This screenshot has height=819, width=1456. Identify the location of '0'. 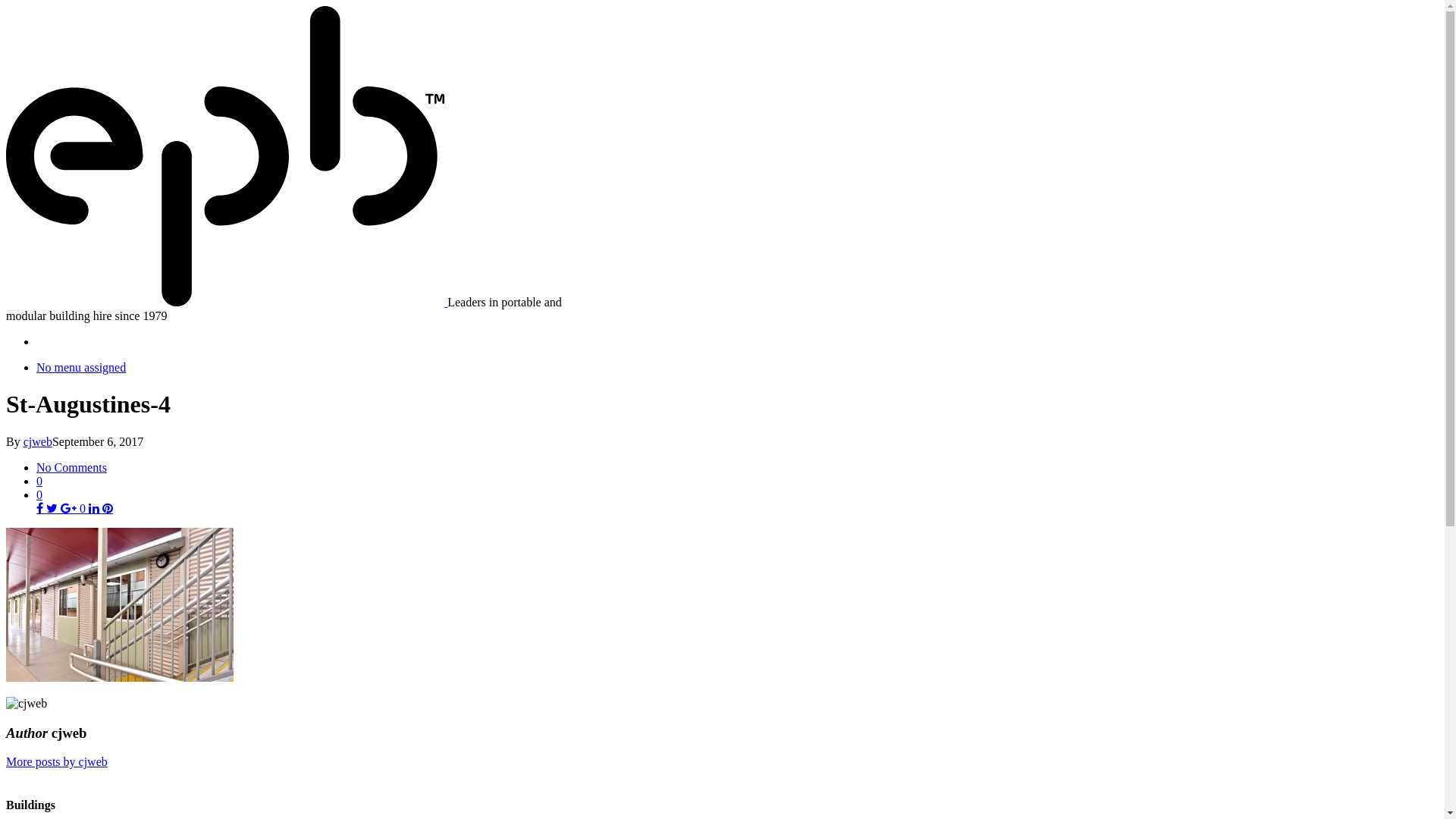
(39, 494).